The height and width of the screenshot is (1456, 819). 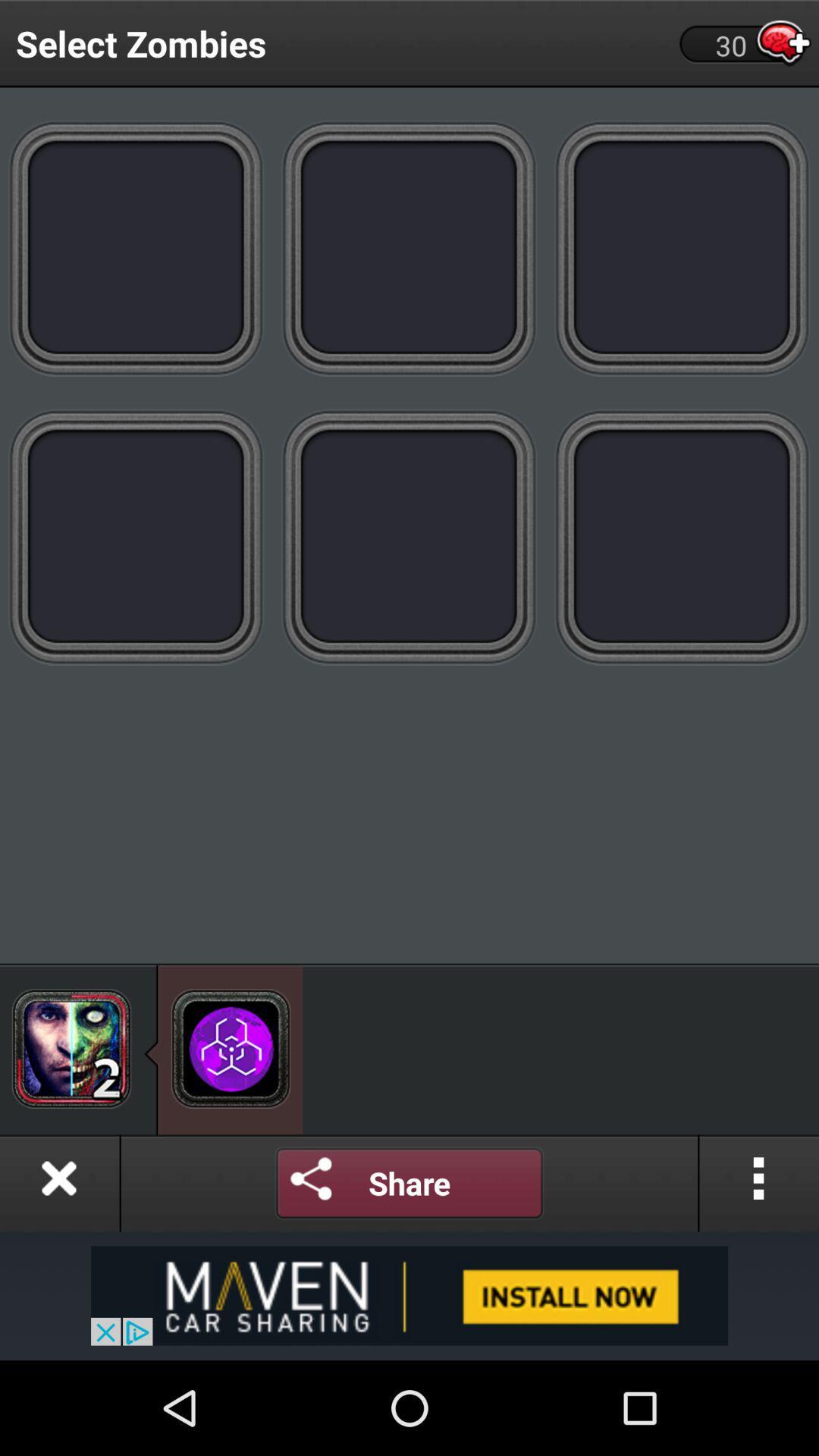 I want to click on the character, so click(x=71, y=1047).